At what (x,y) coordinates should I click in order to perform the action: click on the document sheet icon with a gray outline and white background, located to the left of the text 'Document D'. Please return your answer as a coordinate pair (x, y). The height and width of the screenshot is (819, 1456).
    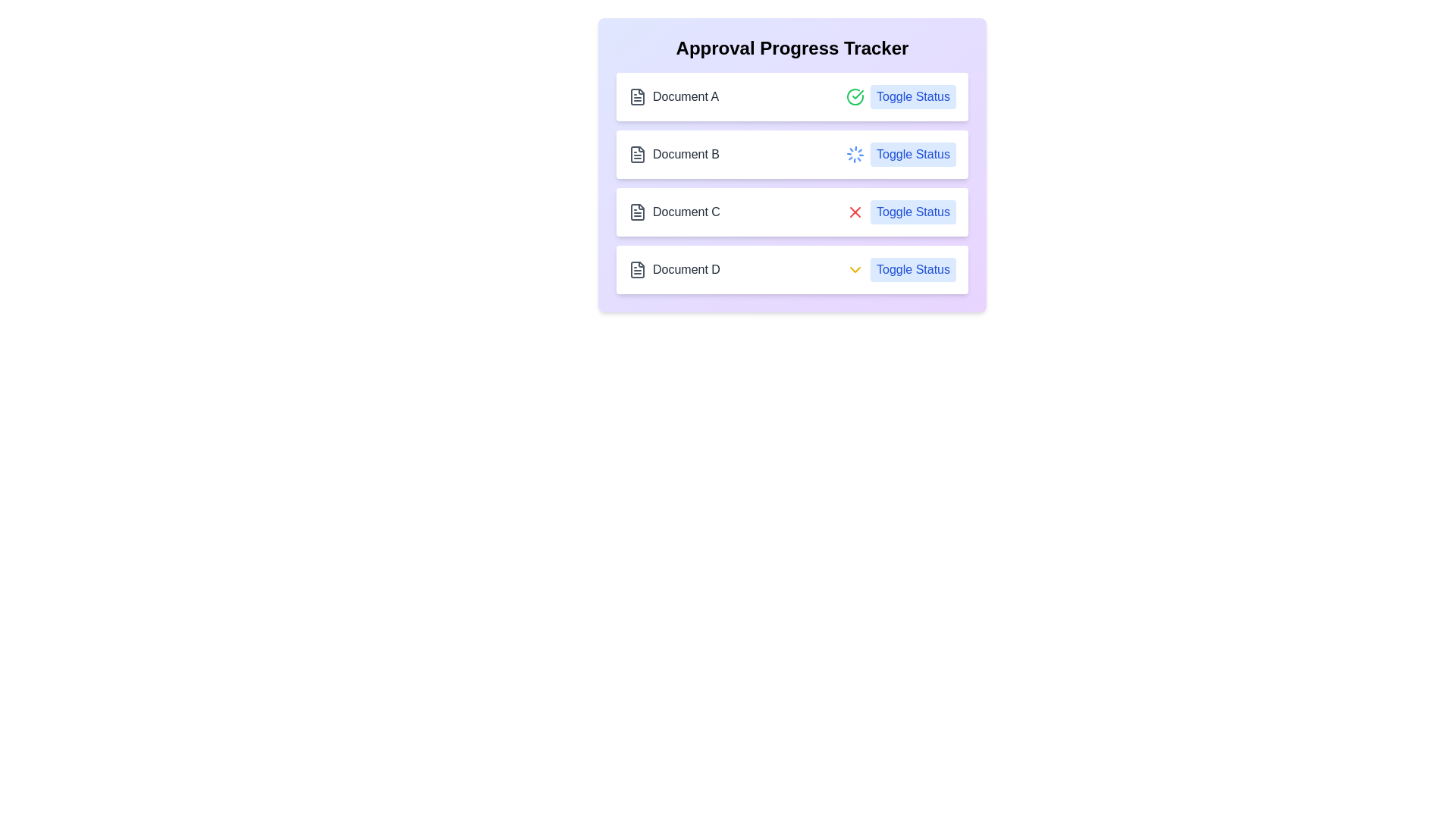
    Looking at the image, I should click on (637, 268).